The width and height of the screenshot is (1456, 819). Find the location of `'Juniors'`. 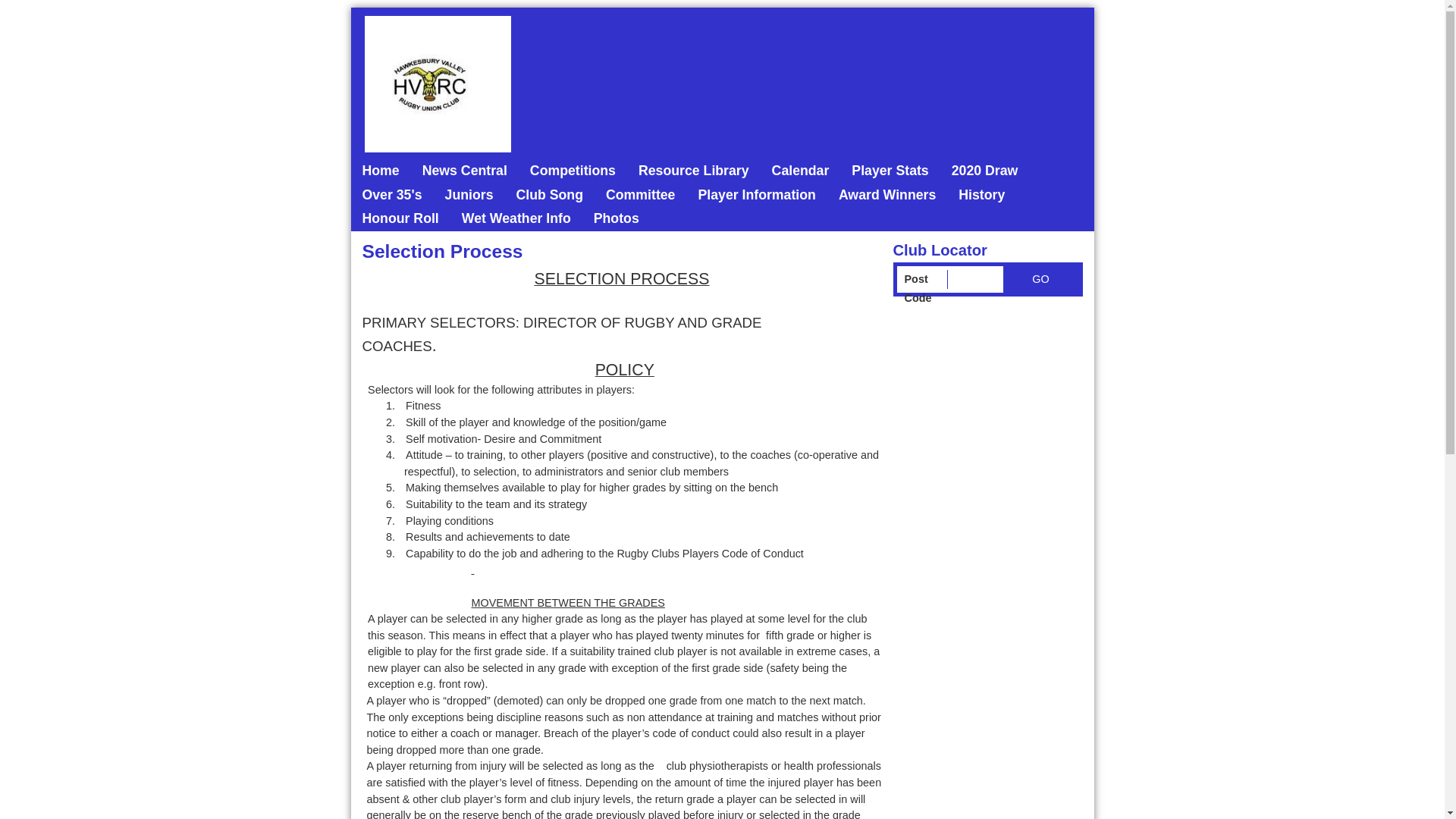

'Juniors' is located at coordinates (469, 195).